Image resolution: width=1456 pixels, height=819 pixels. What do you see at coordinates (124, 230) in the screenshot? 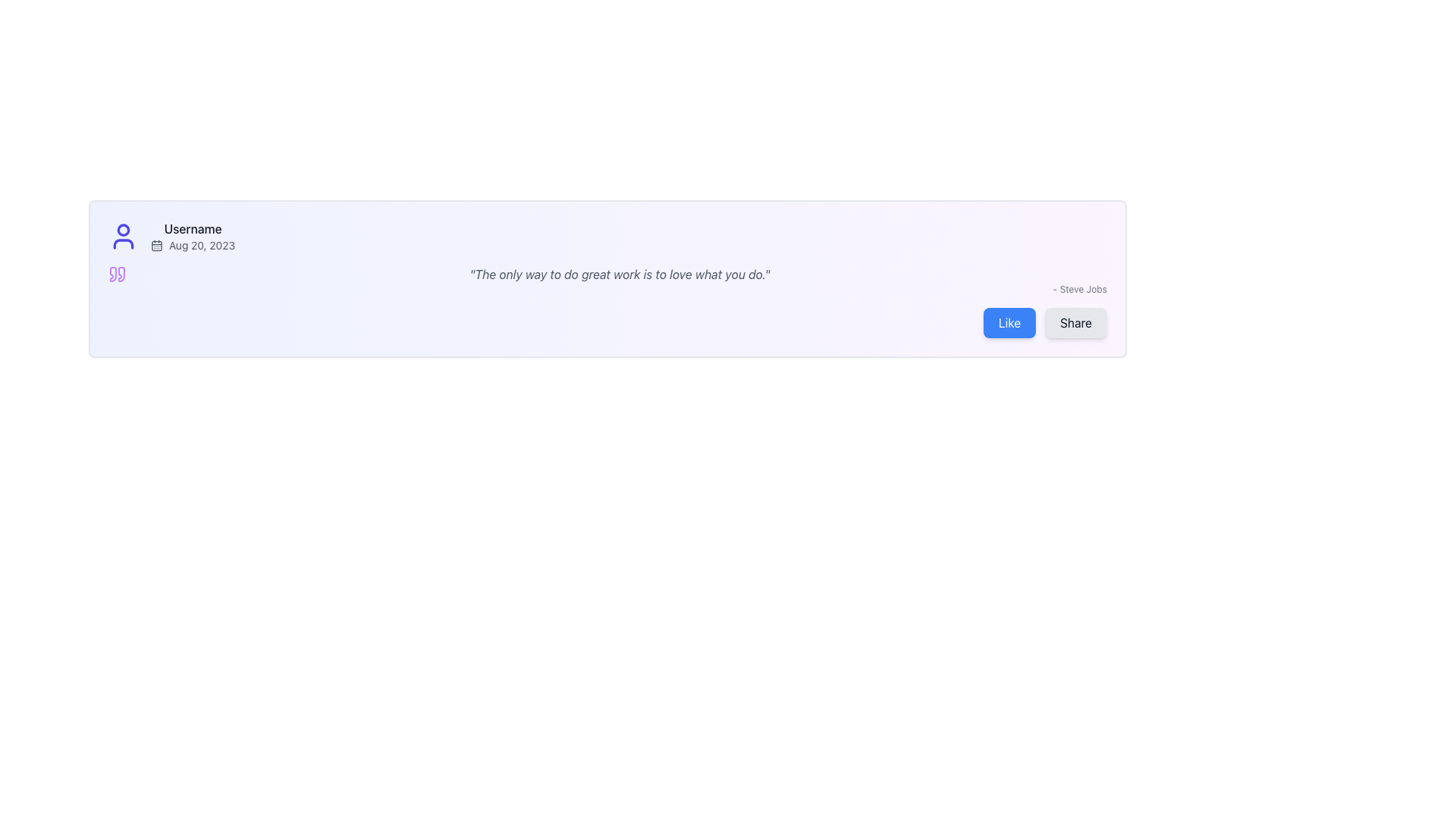
I see `the Circle SVG shape that represents the head of the avatar icon, which is part of the user's avatar graphic` at bounding box center [124, 230].